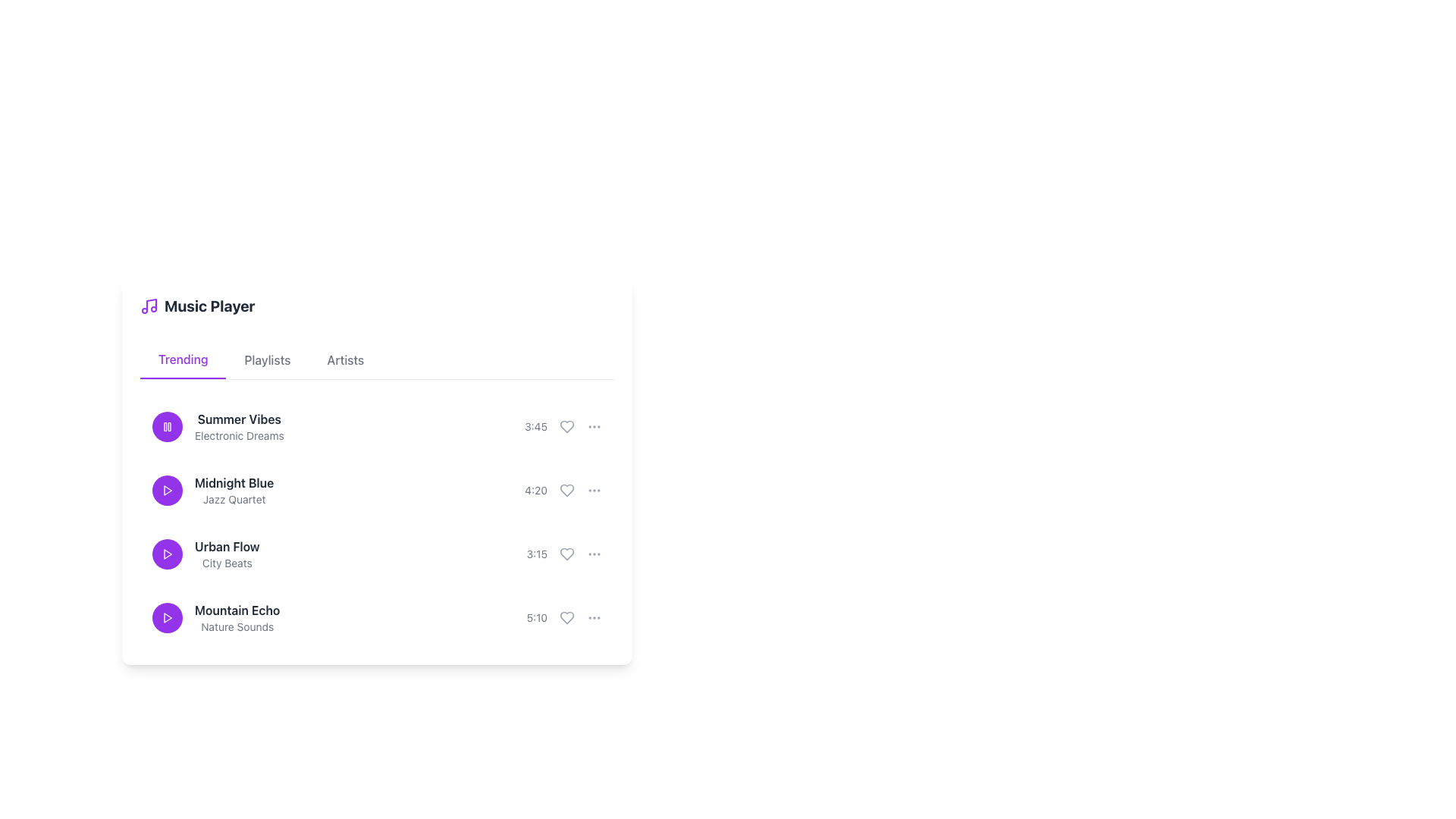 Image resolution: width=1456 pixels, height=819 pixels. I want to click on the circular purple button with a white triangular 'play' icon located next to the text 'Mountain Echo' and 'Nature Sounds', so click(167, 617).